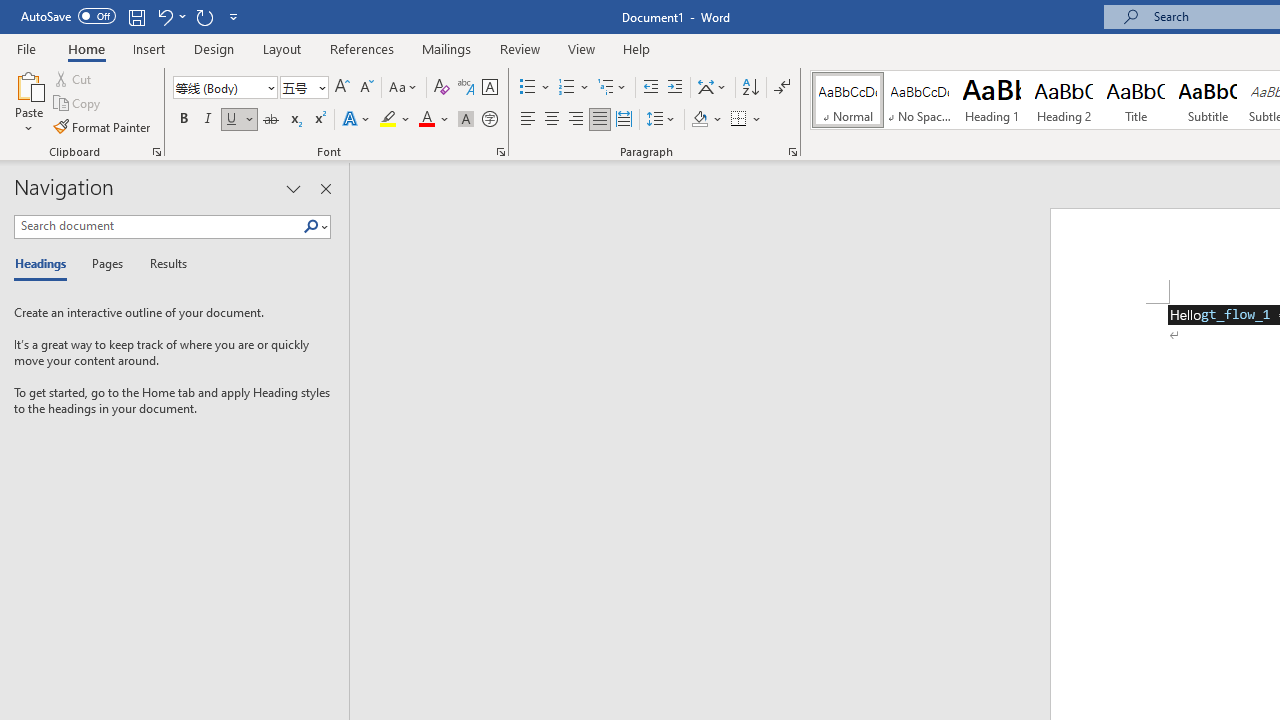 The image size is (1280, 720). What do you see at coordinates (342, 86) in the screenshot?
I see `'Grow Font'` at bounding box center [342, 86].